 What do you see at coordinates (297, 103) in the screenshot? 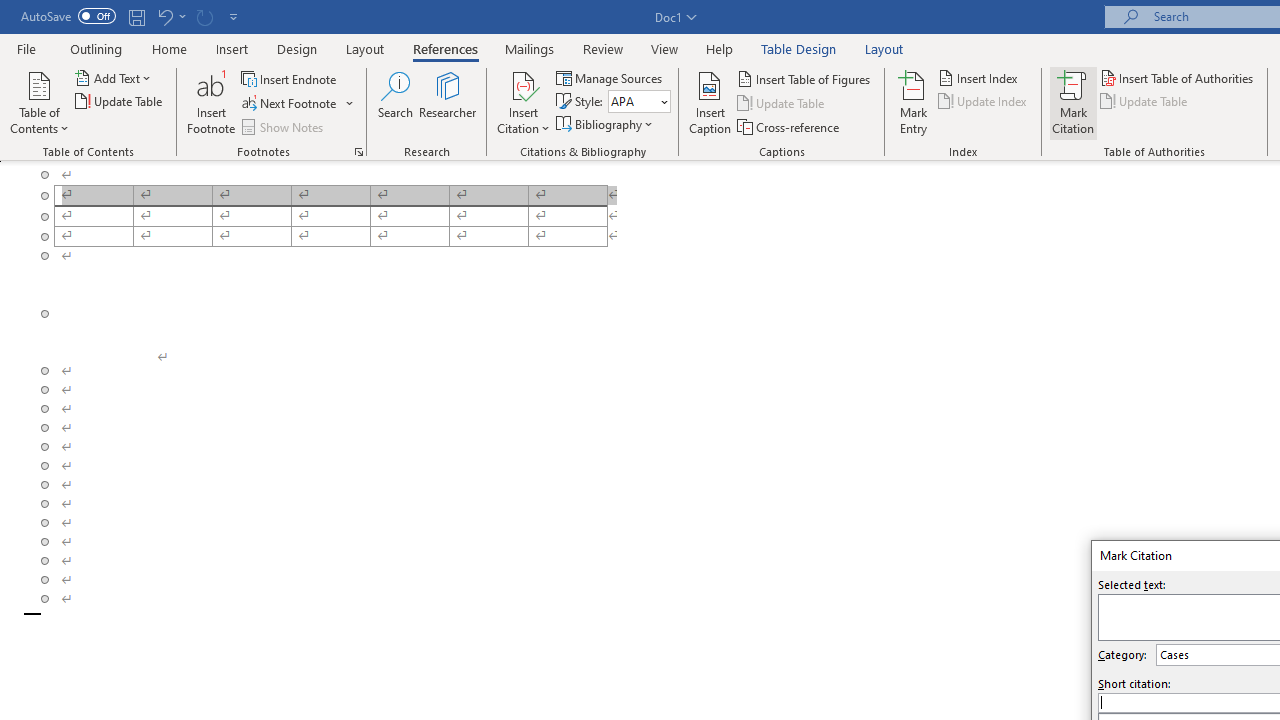
I see `'Next Footnote'` at bounding box center [297, 103].